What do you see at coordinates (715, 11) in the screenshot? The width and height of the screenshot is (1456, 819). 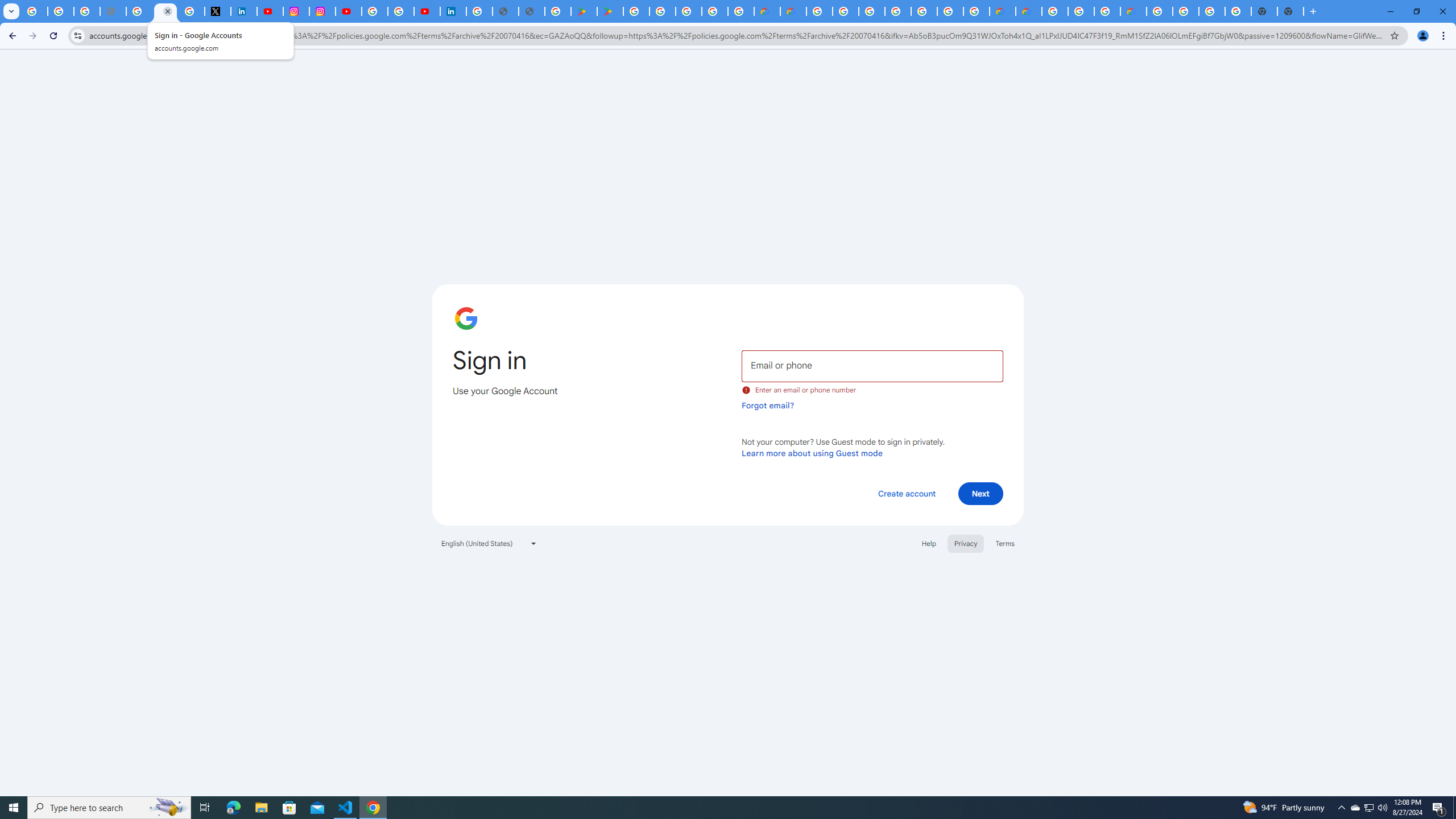 I see `'Google Workspace - Specific Terms'` at bounding box center [715, 11].